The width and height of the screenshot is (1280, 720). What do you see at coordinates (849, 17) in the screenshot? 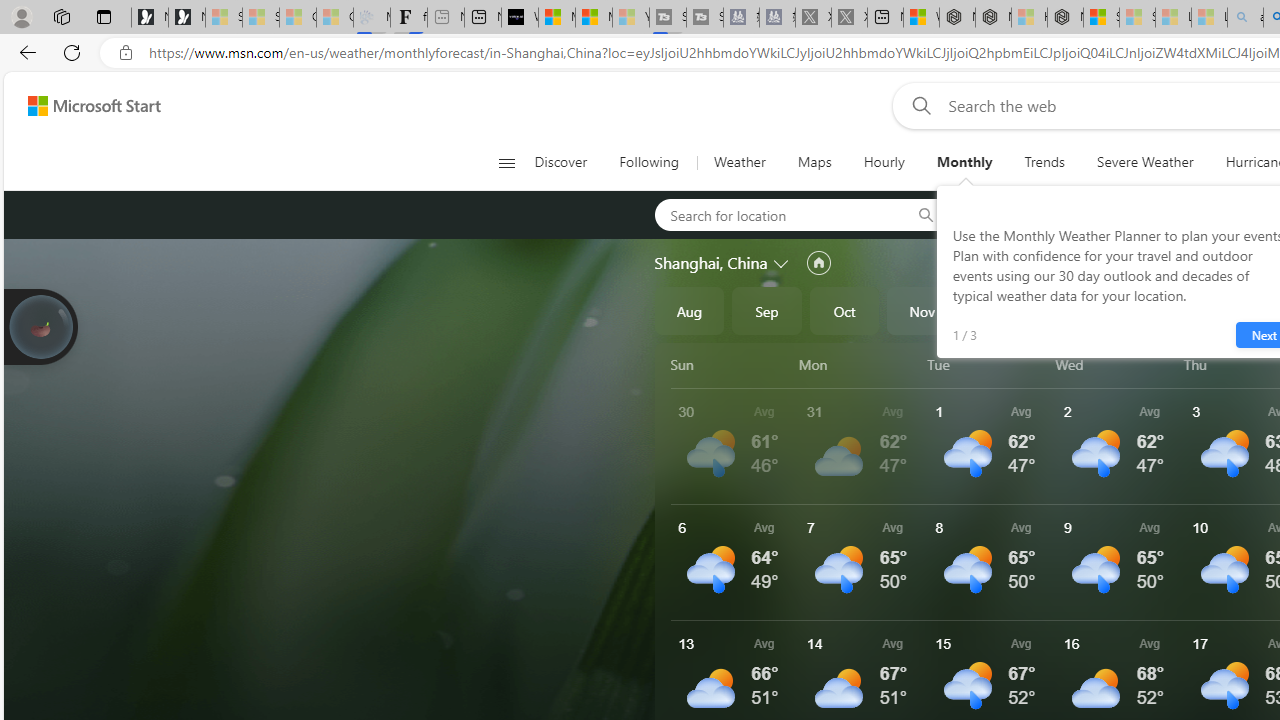
I see `'X - Sleeping'` at bounding box center [849, 17].